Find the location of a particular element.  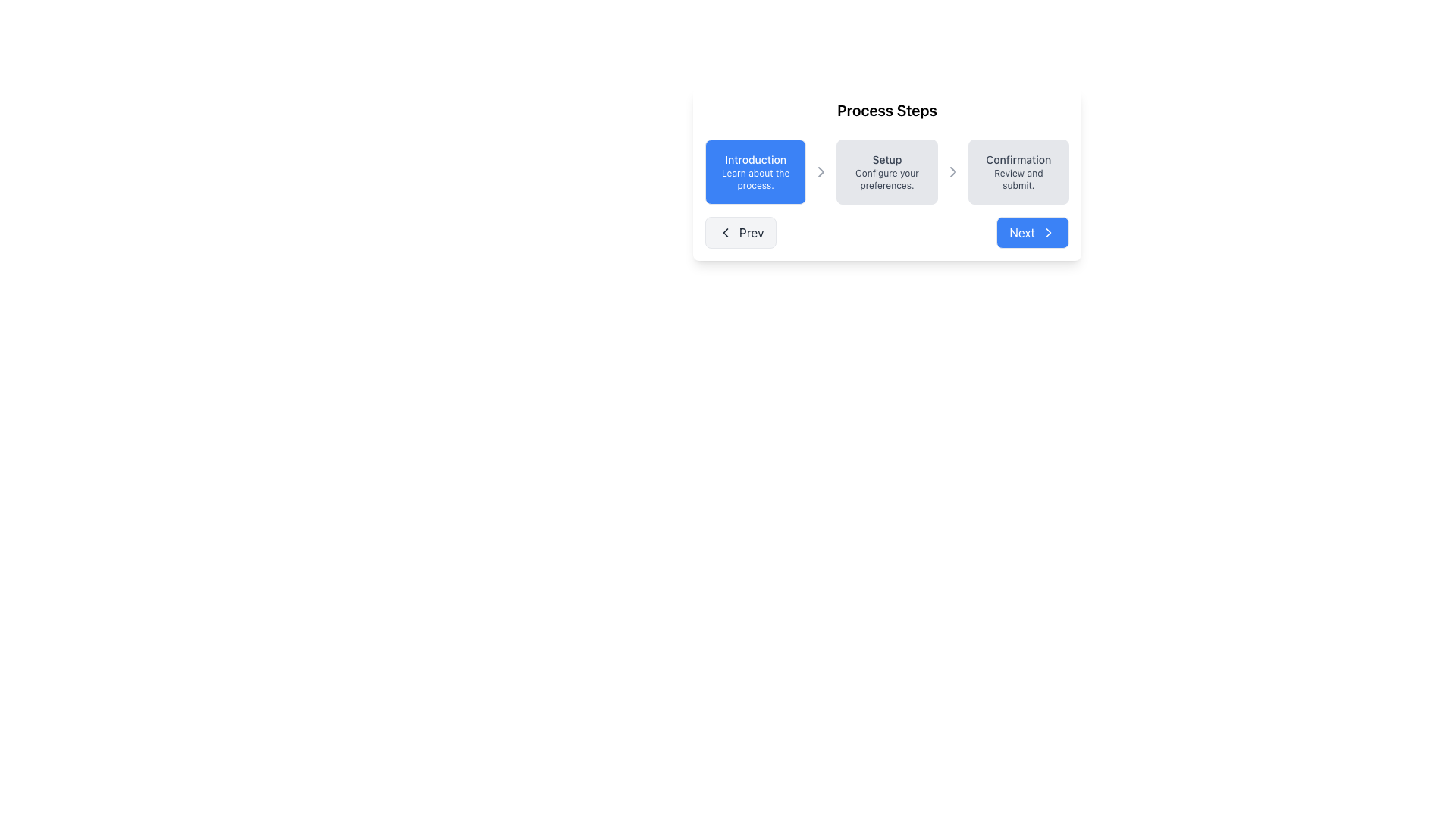

the right-pointing chevron icon indicating navigation between the 'Introduction' and 'Setup' steps in the process navigator bar is located at coordinates (821, 171).